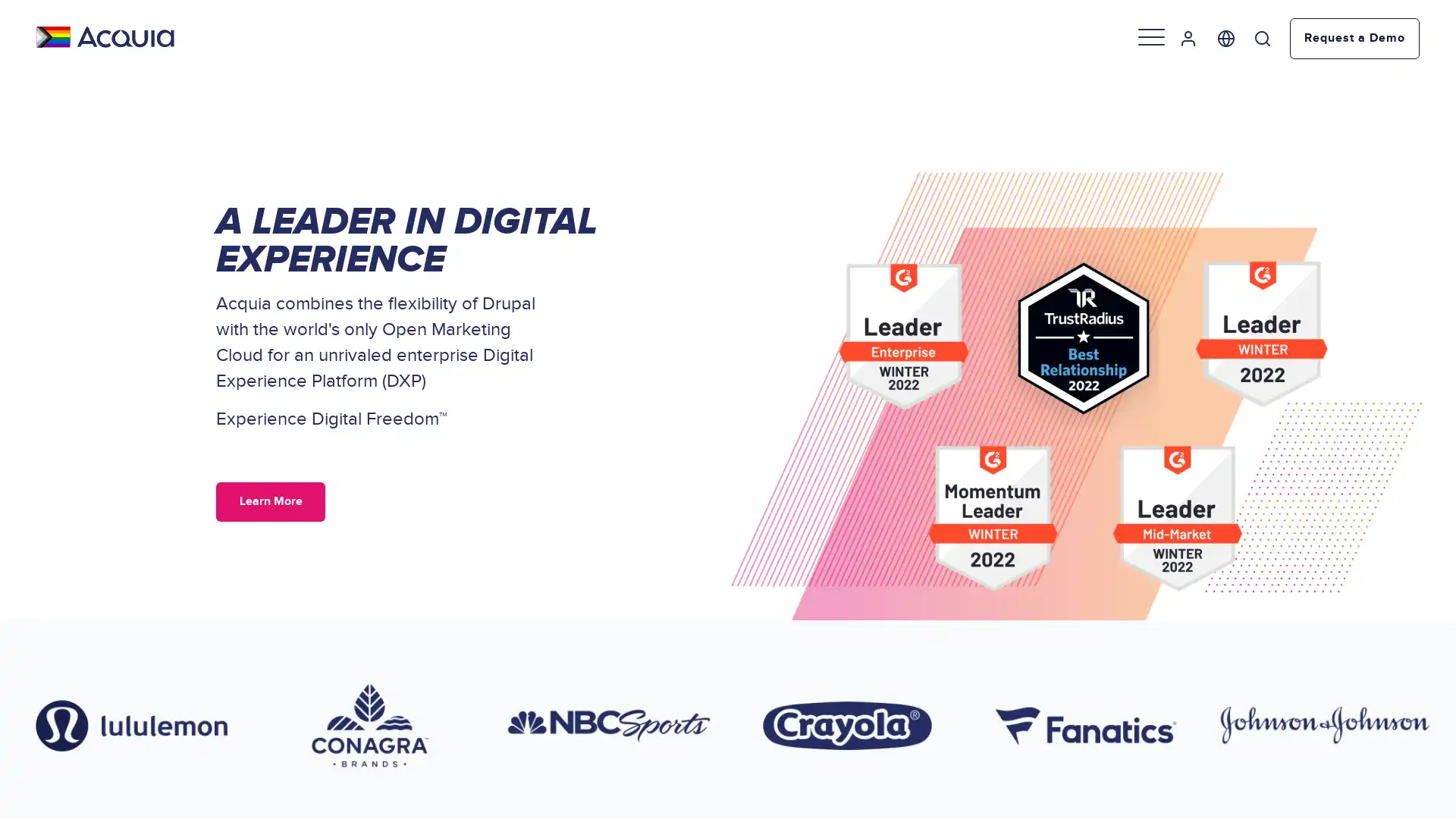 The height and width of the screenshot is (819, 1456). I want to click on Allow All, so click(154, 678).